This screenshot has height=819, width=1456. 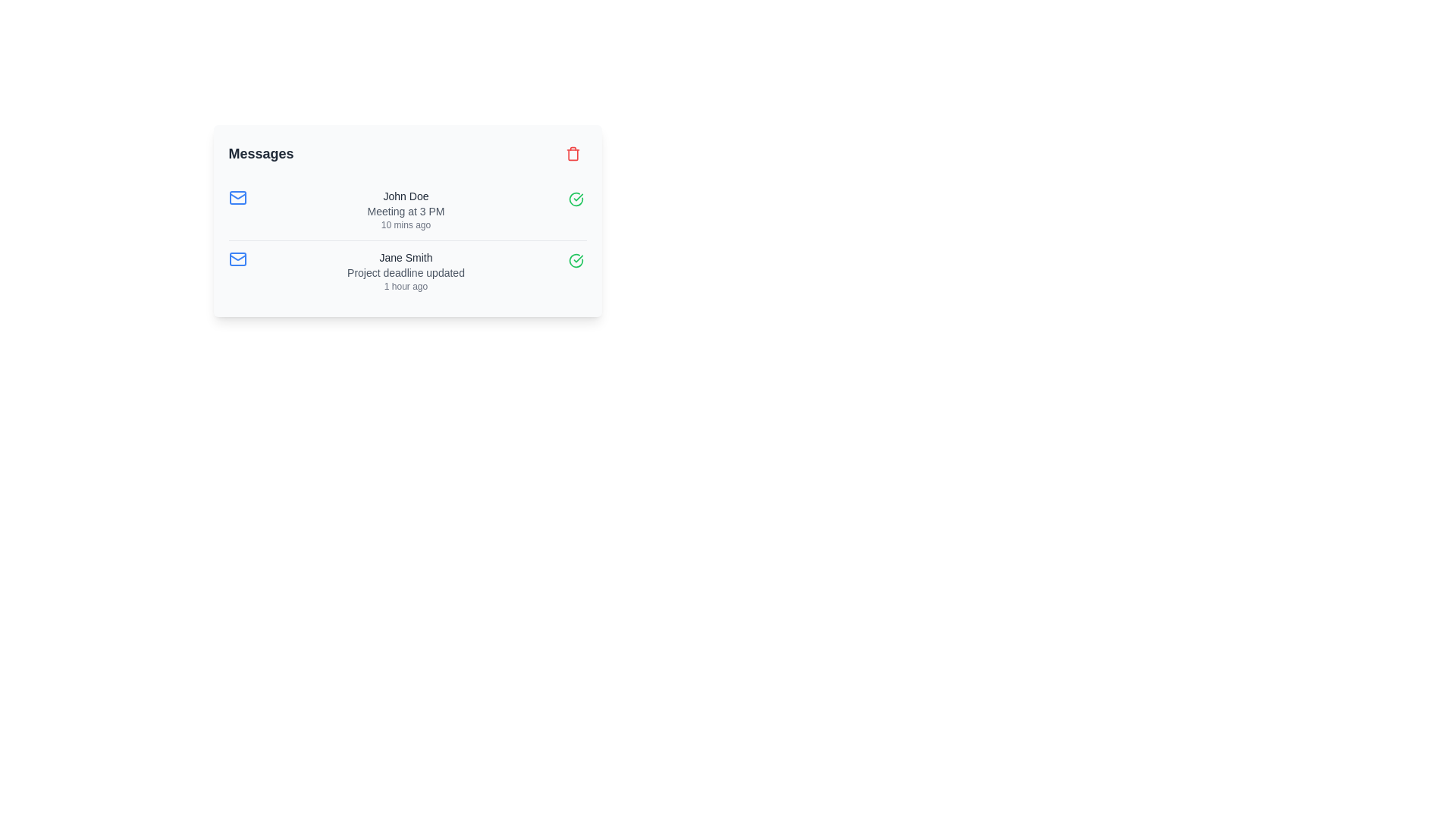 What do you see at coordinates (406, 256) in the screenshot?
I see `static text label that displays the name of the individual associated with the notification, which is located above the texts 'Project deadline updated' and '1 hour ago'` at bounding box center [406, 256].